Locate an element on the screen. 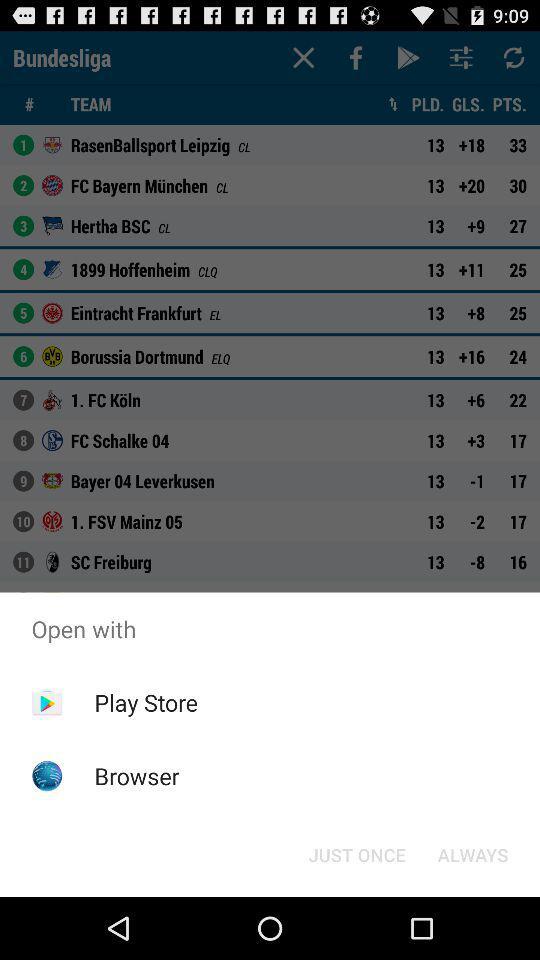 Image resolution: width=540 pixels, height=960 pixels. the item below open with app is located at coordinates (145, 702).